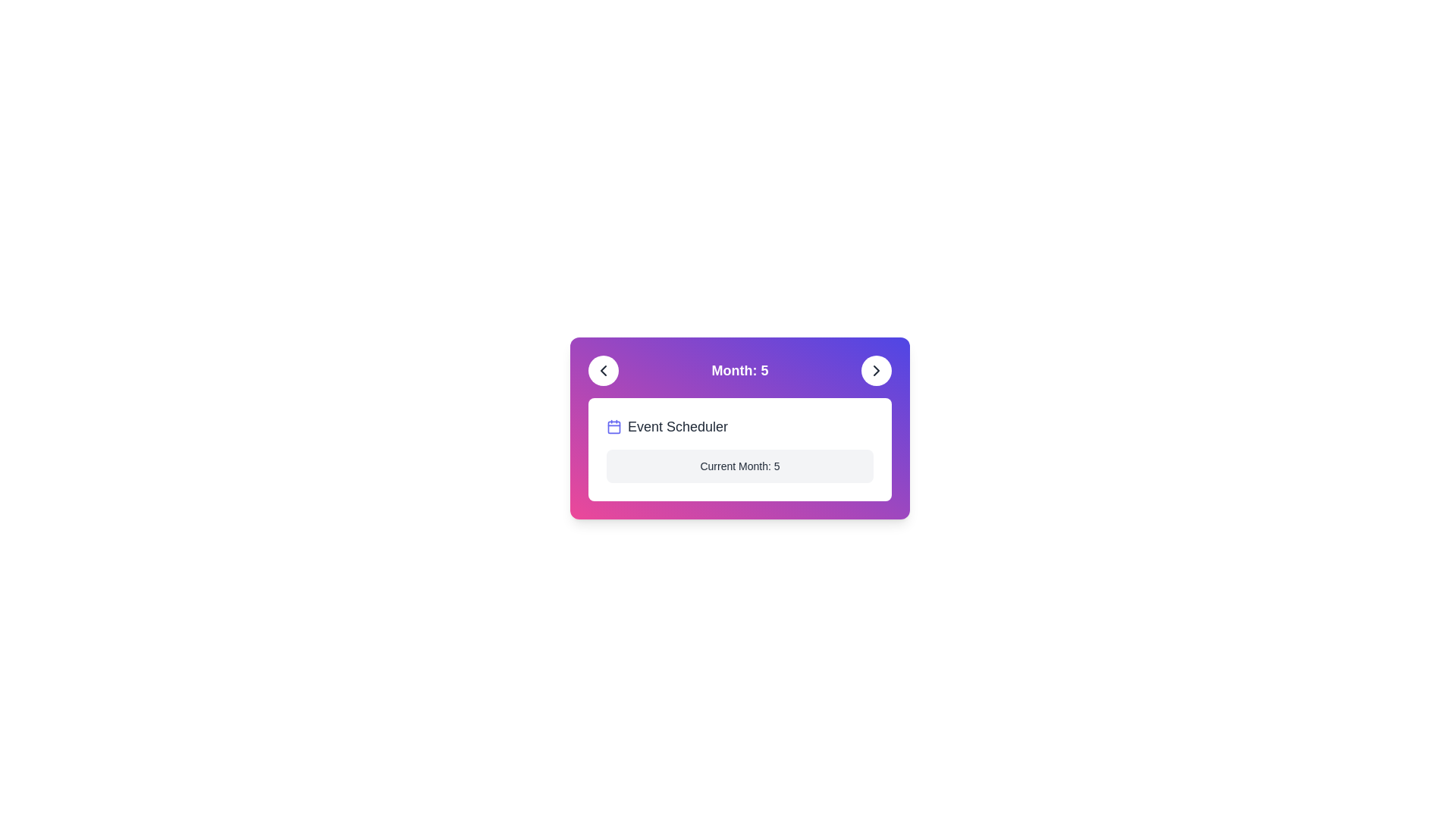 This screenshot has width=1456, height=819. I want to click on the right navigation button for advancing to the next month in the calendar, which is symmetrically aligned with the text 'Month: 5', so click(877, 371).